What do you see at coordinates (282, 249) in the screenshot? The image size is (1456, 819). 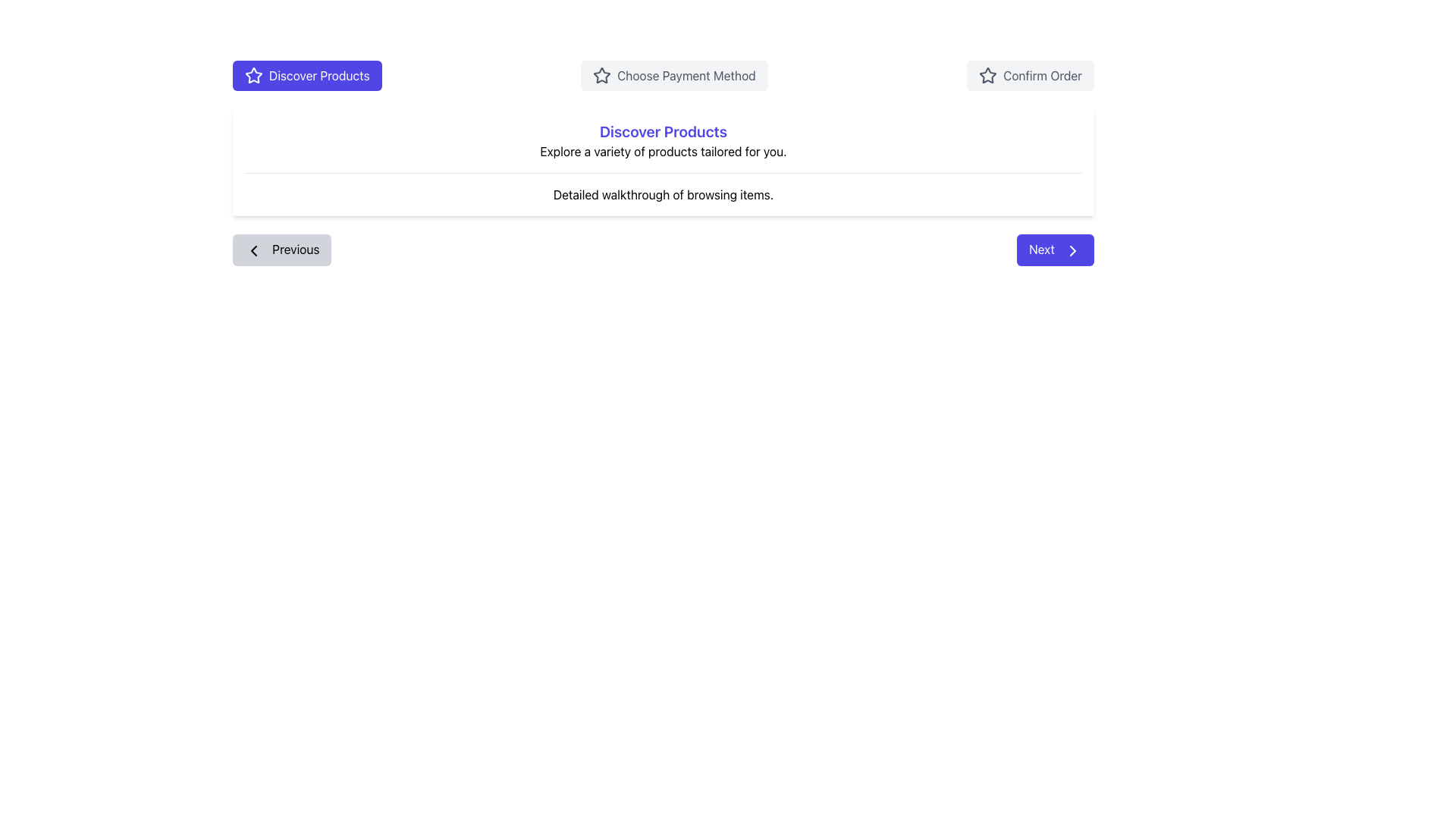 I see `the button located on the left side of the bottom navigation bar` at bounding box center [282, 249].